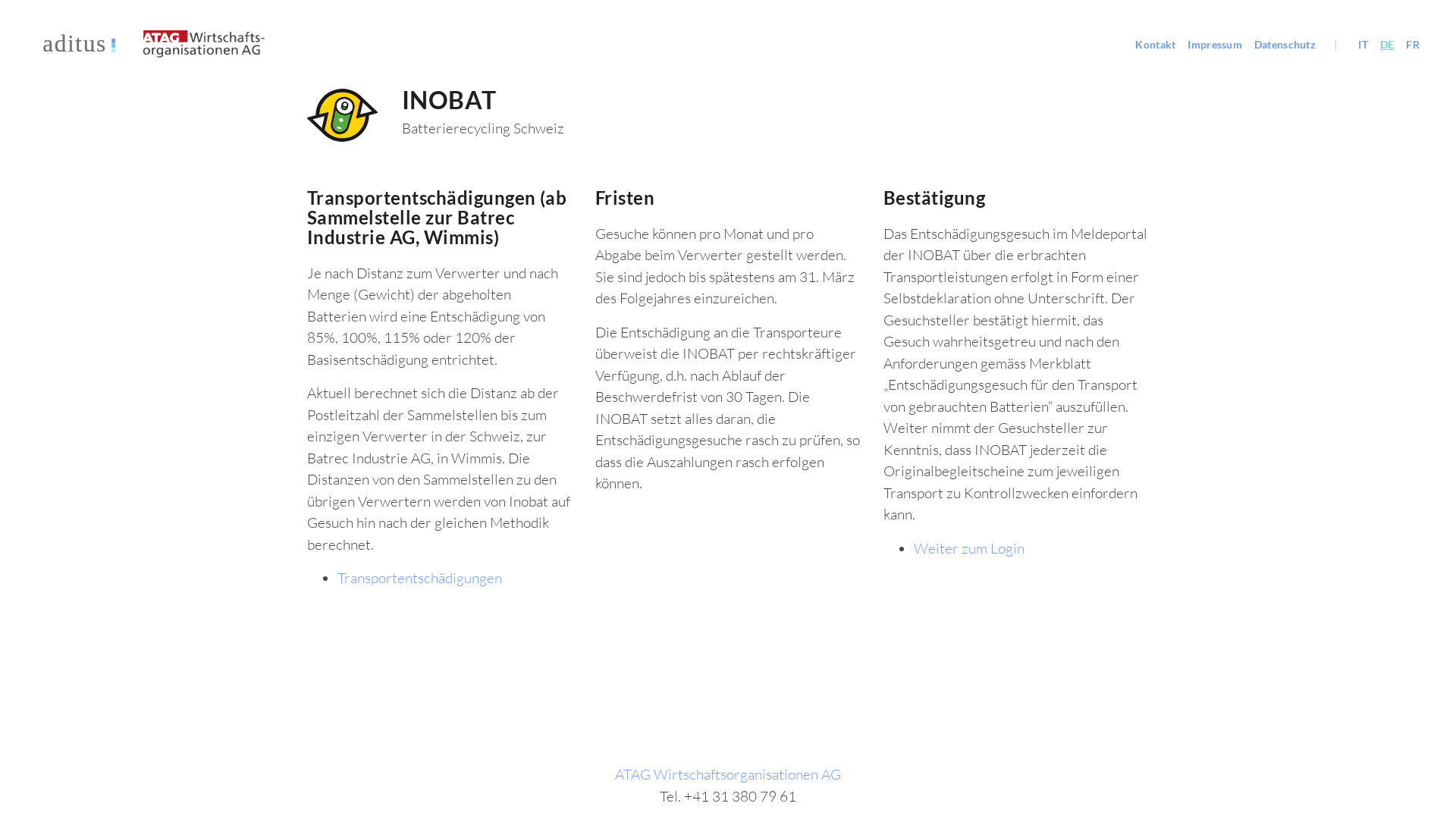 The image size is (1456, 819). Describe the element at coordinates (1411, 43) in the screenshot. I see `'FR'` at that location.